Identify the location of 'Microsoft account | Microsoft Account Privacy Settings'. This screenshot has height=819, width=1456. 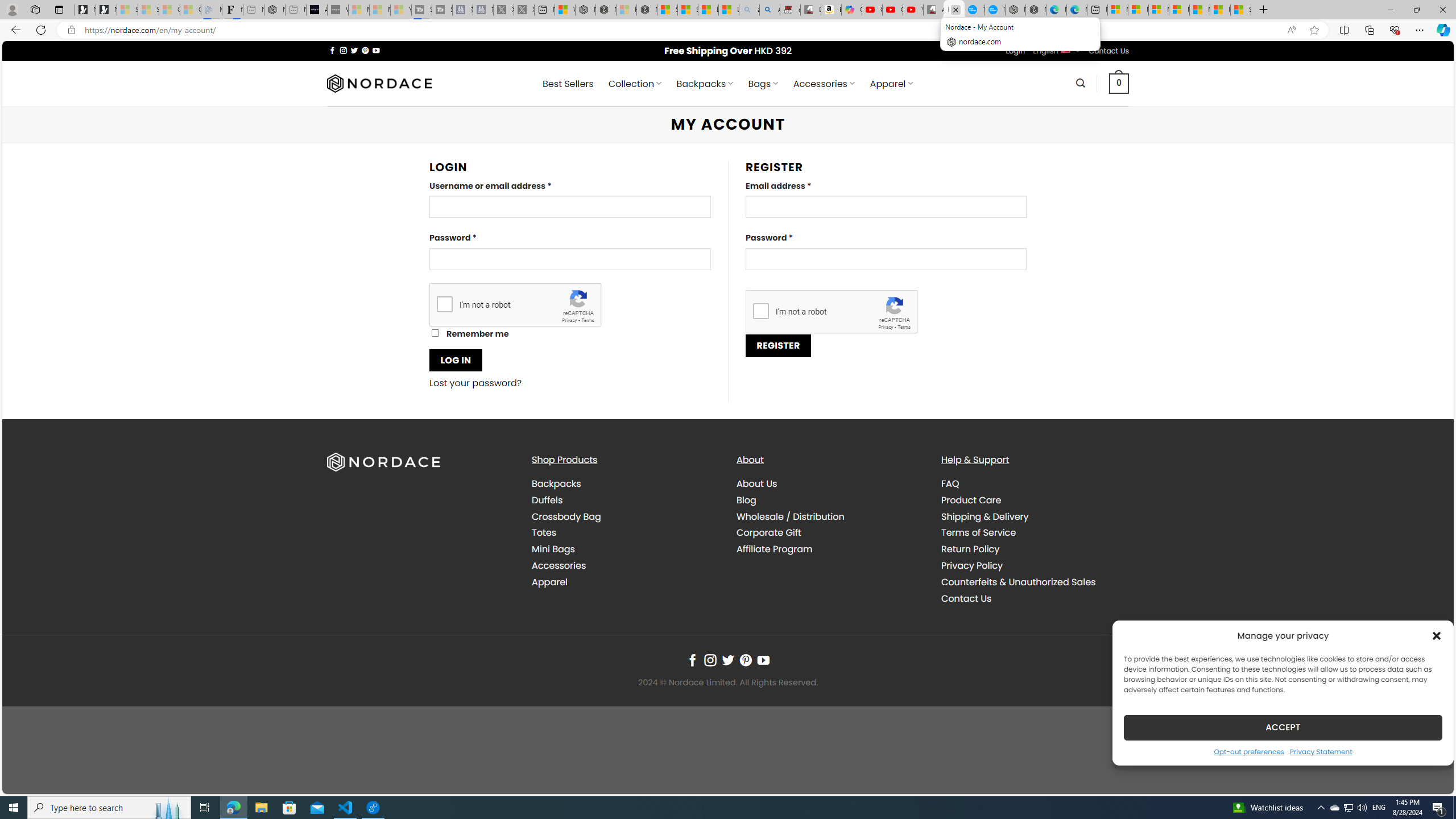
(1137, 9).